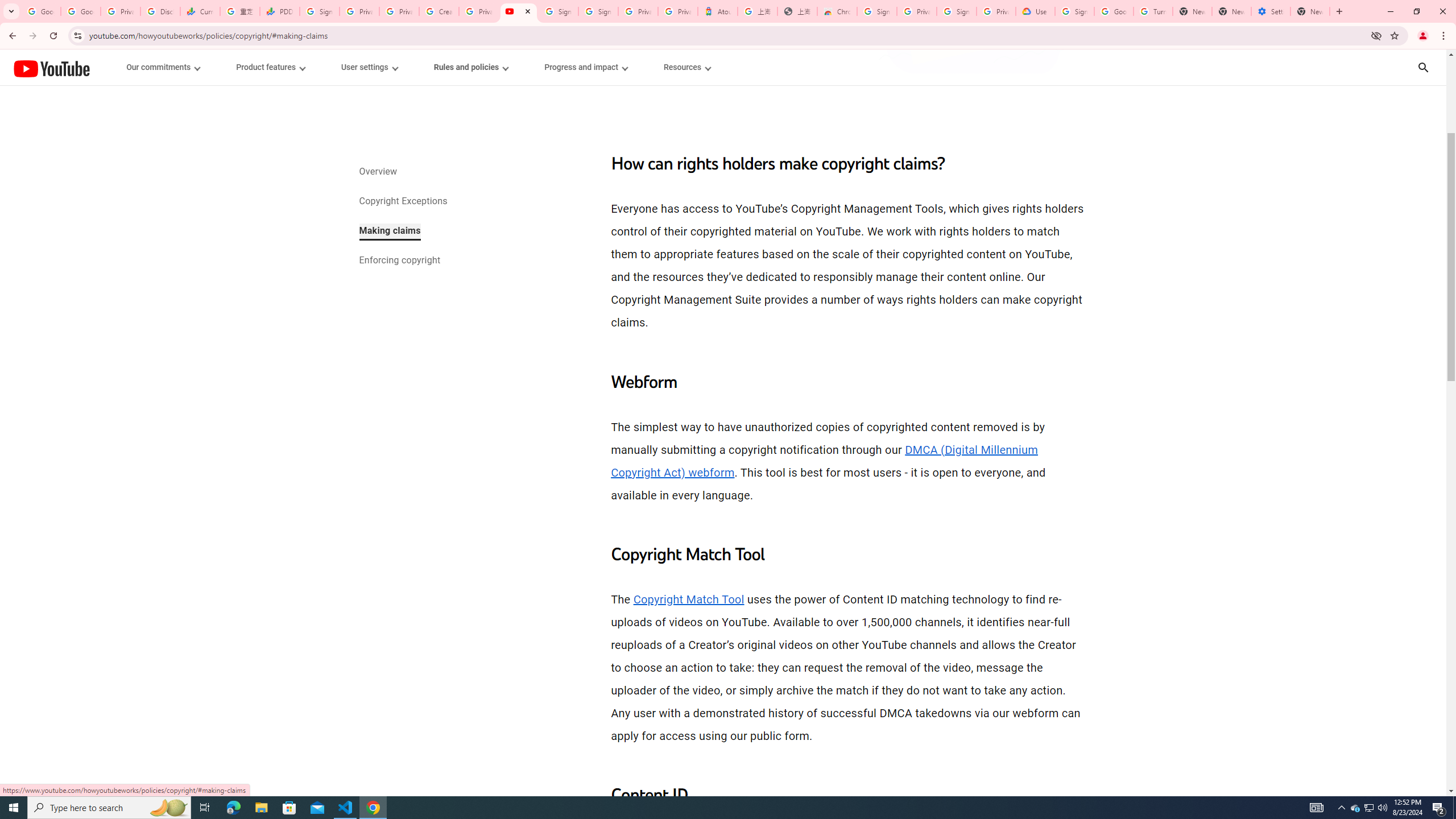  I want to click on 'Atour Hotel - Google hotels', so click(717, 11).